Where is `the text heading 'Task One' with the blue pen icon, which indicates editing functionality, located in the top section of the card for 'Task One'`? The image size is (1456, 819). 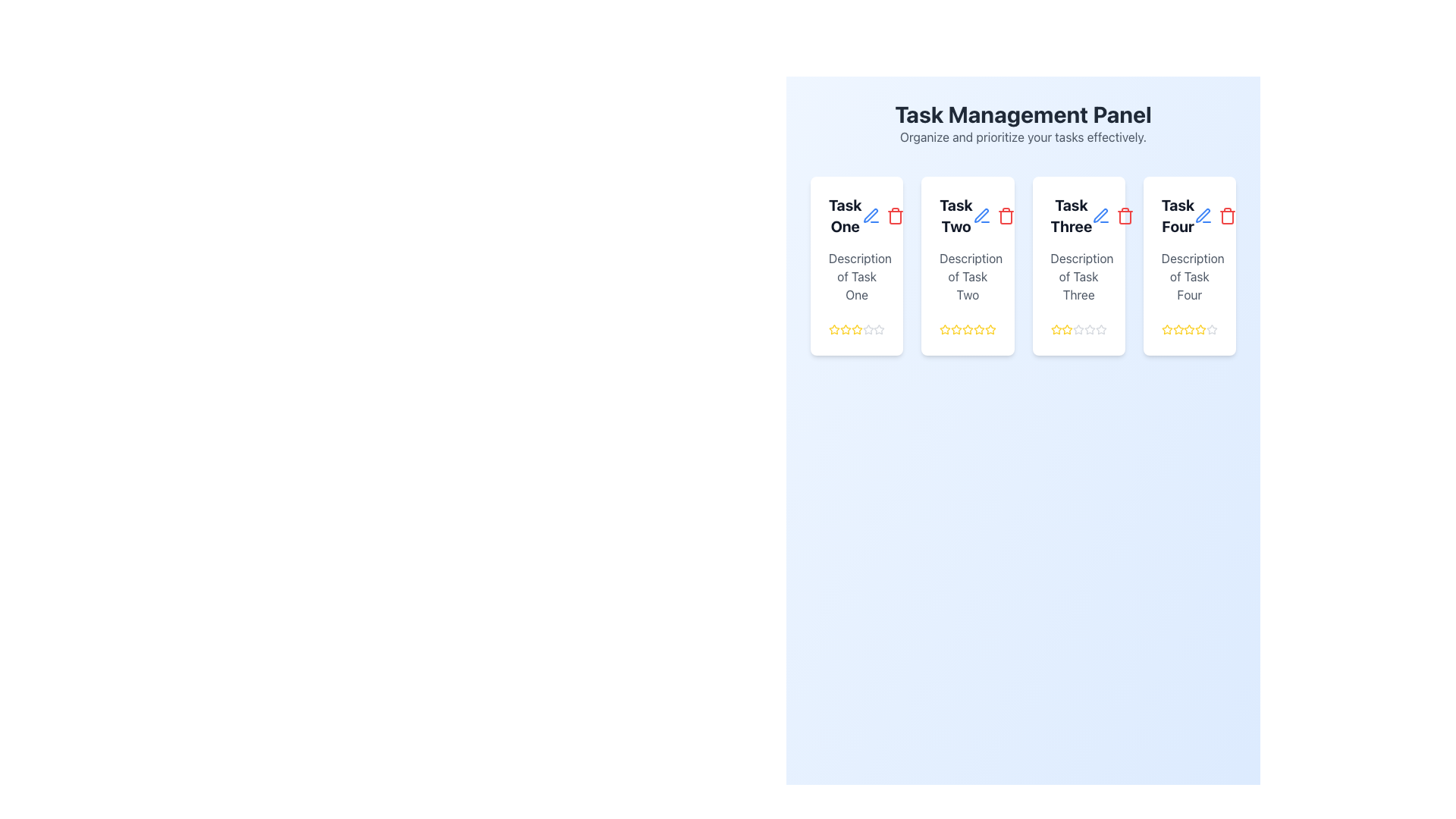 the text heading 'Task One' with the blue pen icon, which indicates editing functionality, located in the top section of the card for 'Task One' is located at coordinates (857, 216).